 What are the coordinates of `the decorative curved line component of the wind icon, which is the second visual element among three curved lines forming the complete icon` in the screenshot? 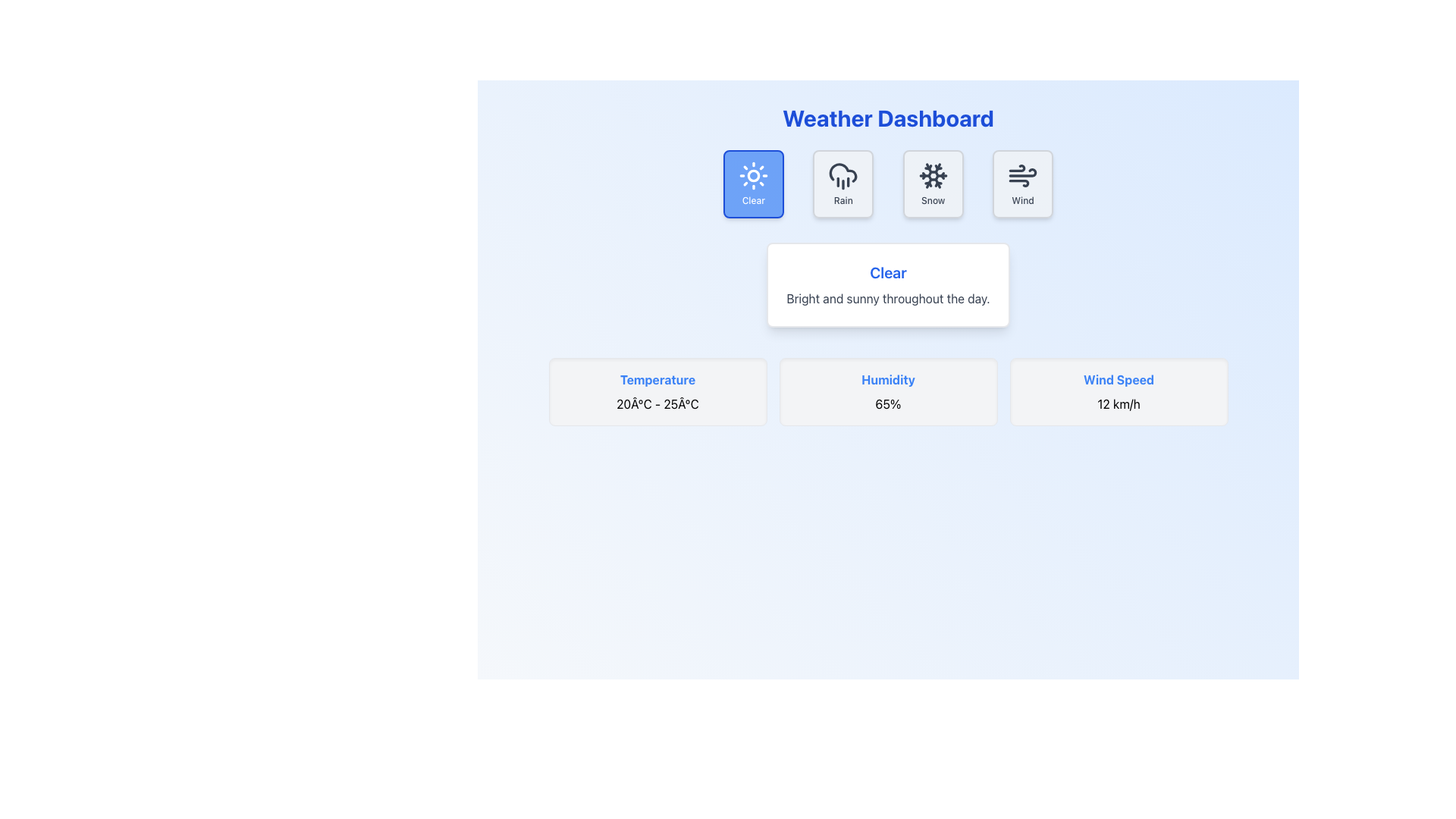 It's located at (1019, 183).